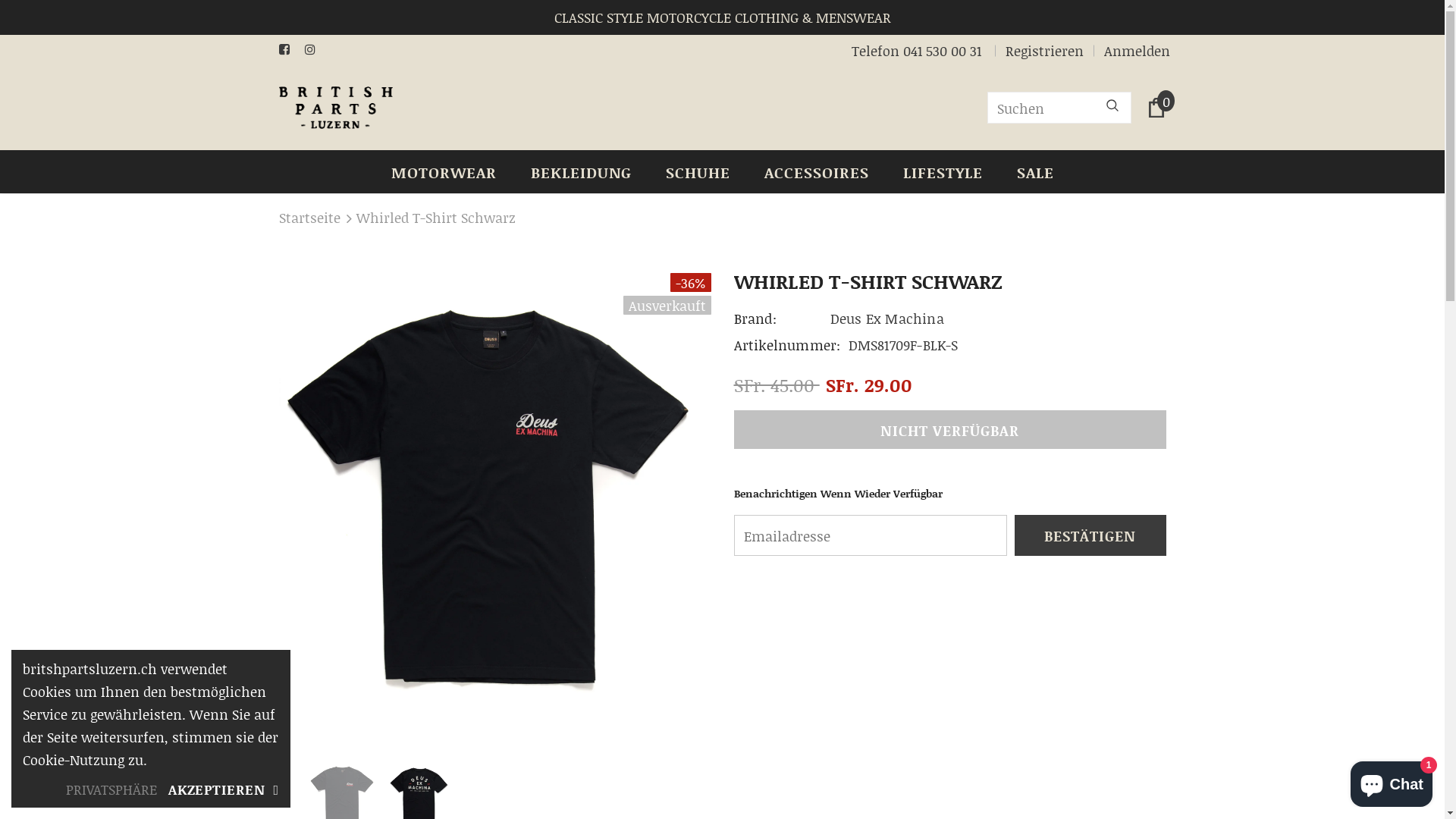  What do you see at coordinates (1034, 171) in the screenshot?
I see `'SALE'` at bounding box center [1034, 171].